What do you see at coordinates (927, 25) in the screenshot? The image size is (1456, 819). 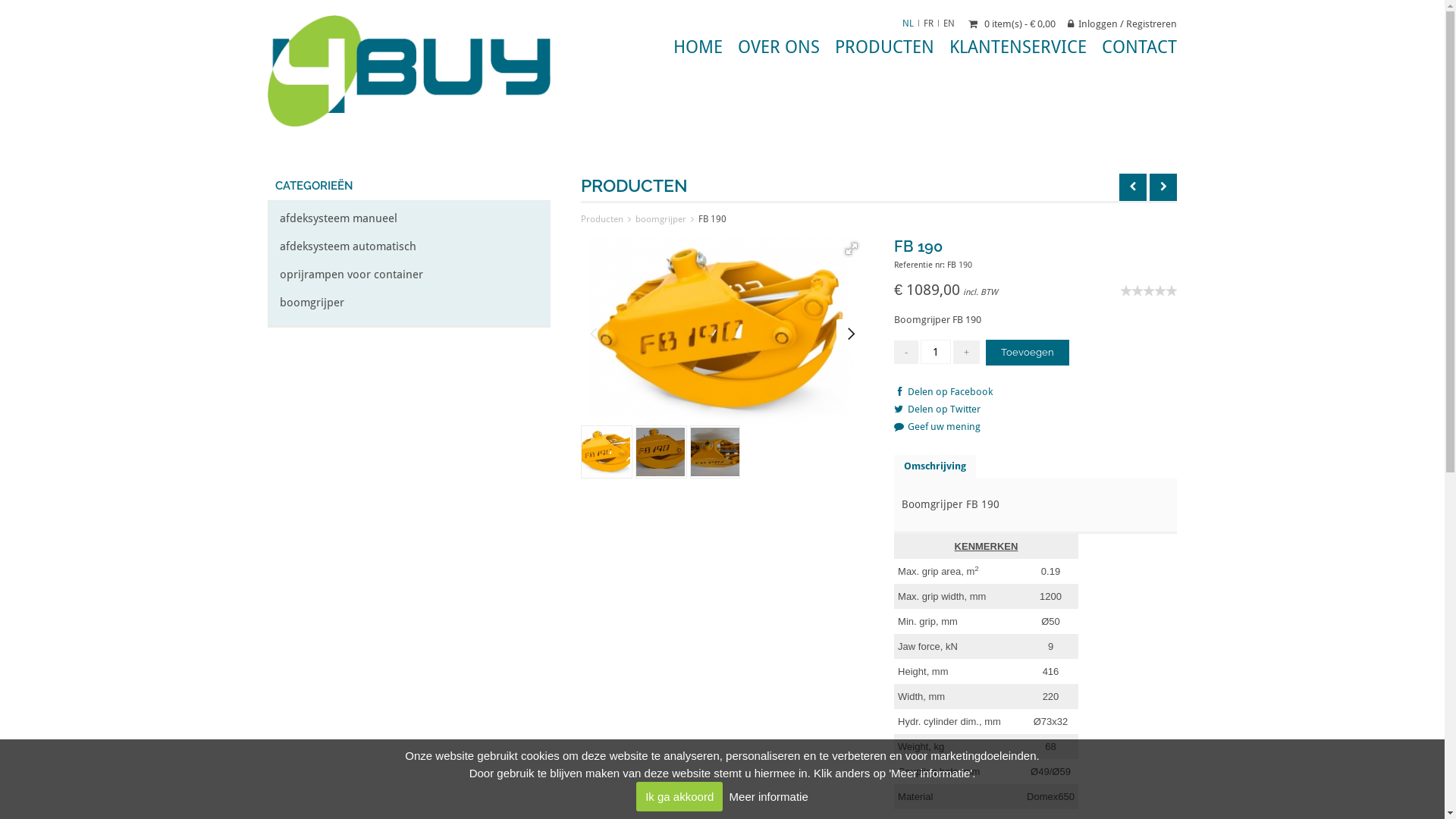 I see `'FR'` at bounding box center [927, 25].